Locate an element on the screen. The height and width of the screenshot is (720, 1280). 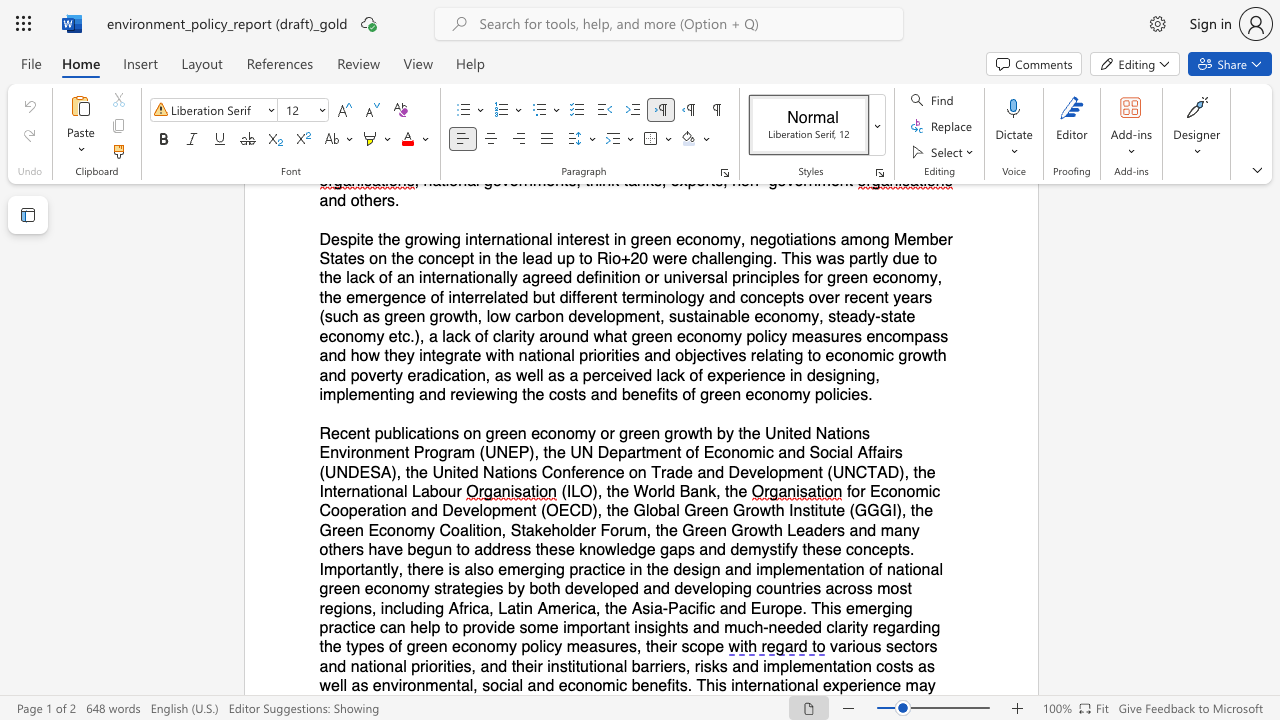
the subset text "on costs" within the text "and implementation costs as well as environmental," is located at coordinates (854, 666).